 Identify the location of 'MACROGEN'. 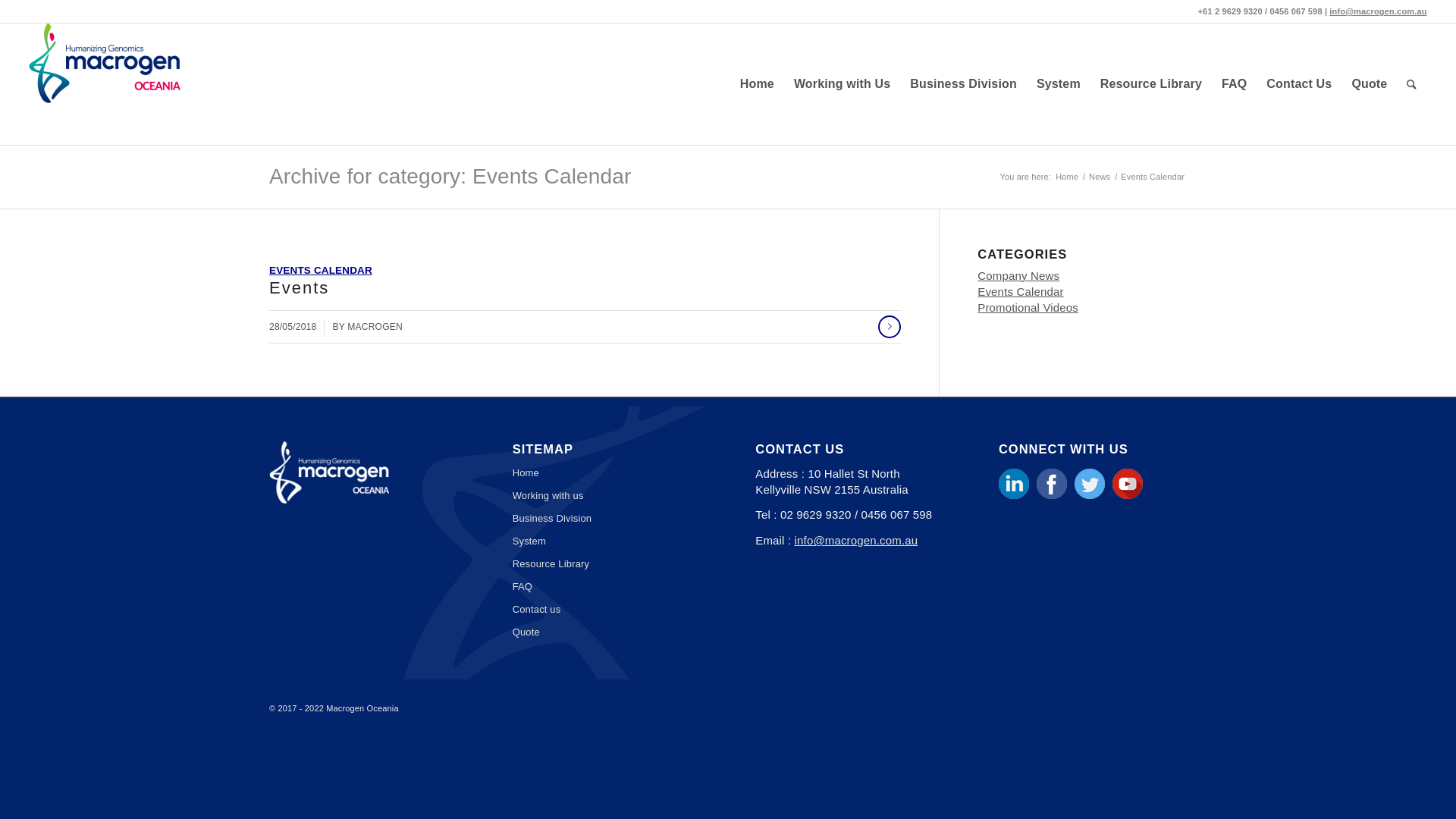
(346, 326).